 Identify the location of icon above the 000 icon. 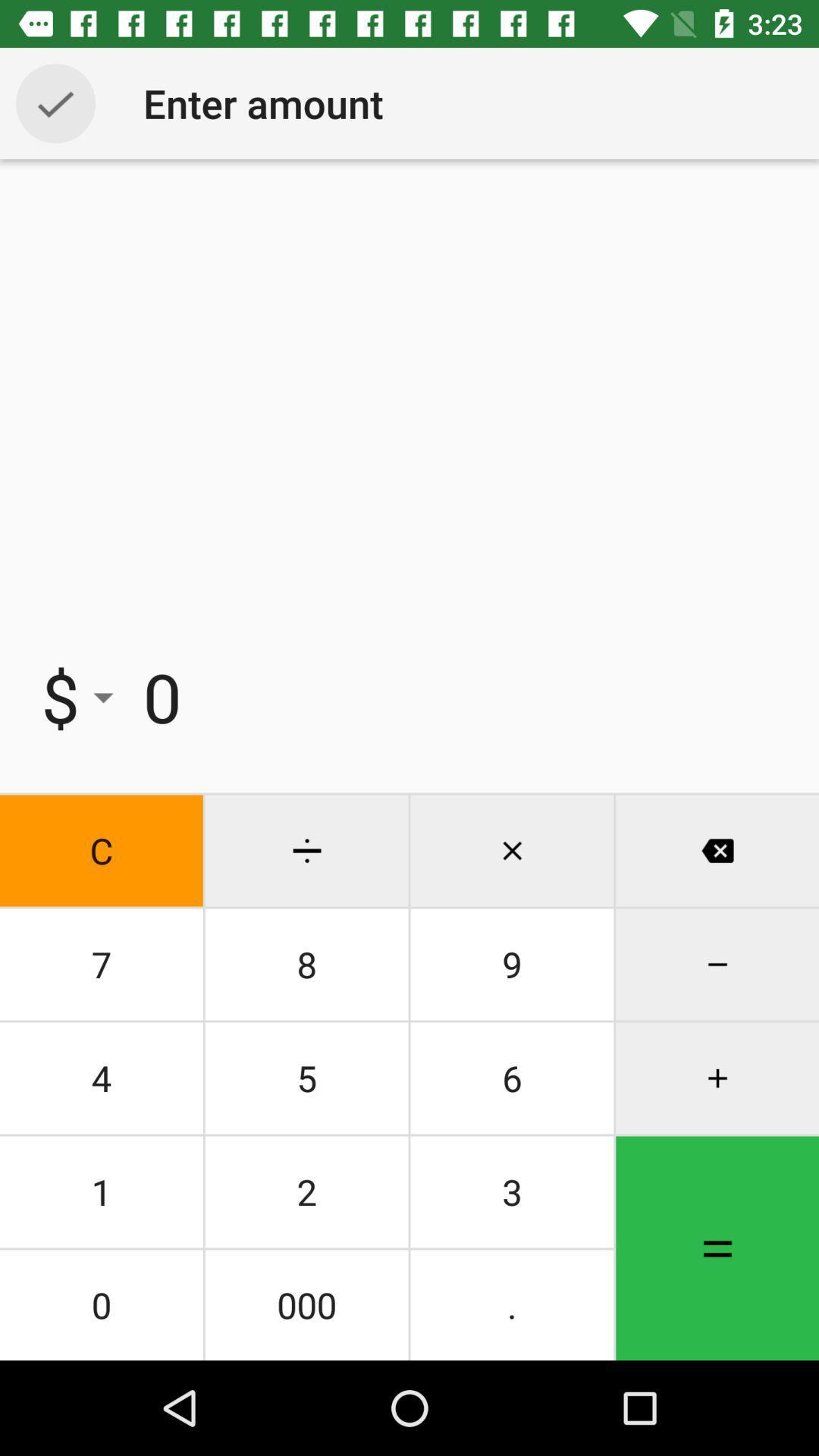
(512, 1191).